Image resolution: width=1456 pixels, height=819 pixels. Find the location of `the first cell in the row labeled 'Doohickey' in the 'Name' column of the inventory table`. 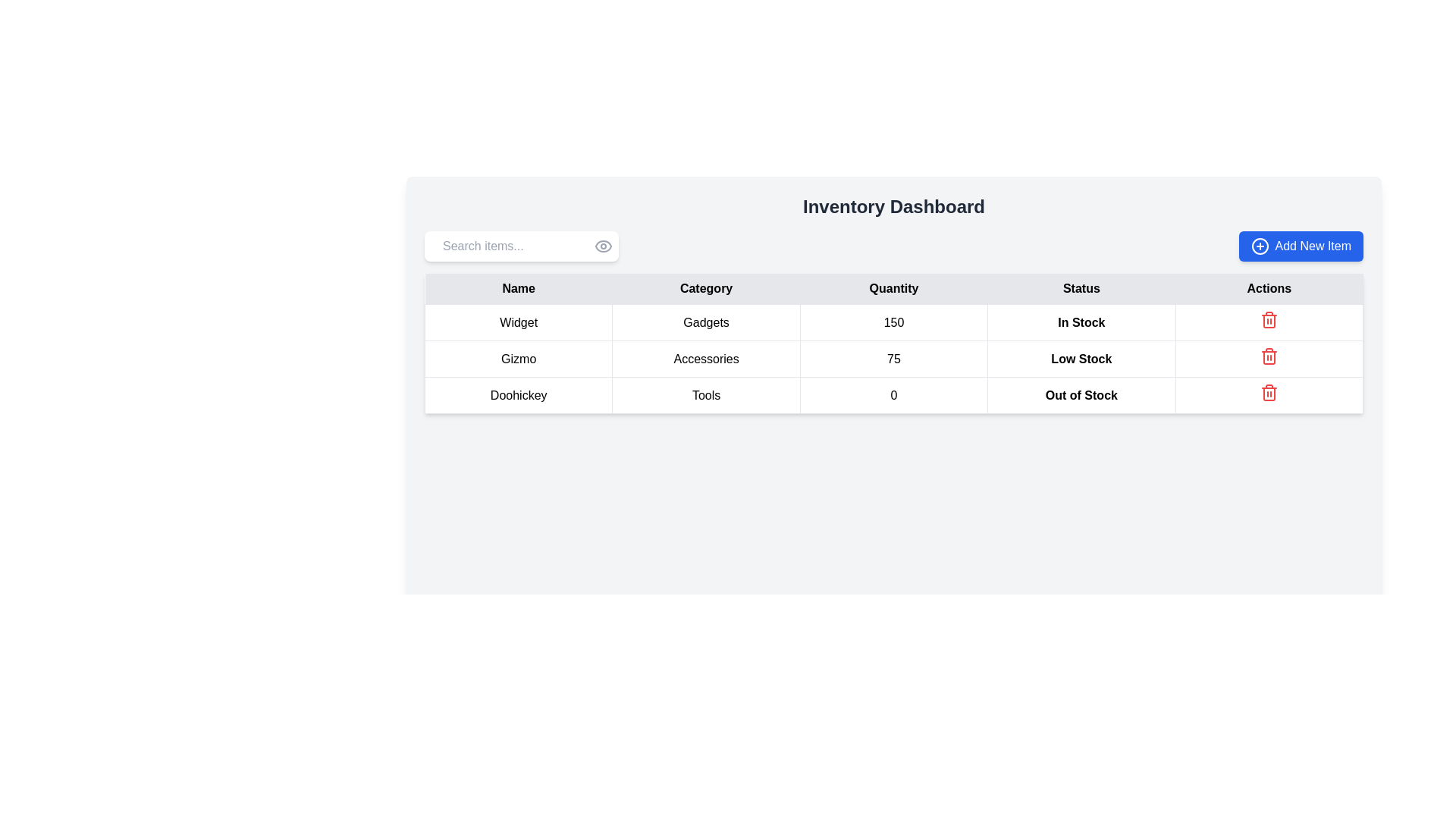

the first cell in the row labeled 'Doohickey' in the 'Name' column of the inventory table is located at coordinates (519, 394).